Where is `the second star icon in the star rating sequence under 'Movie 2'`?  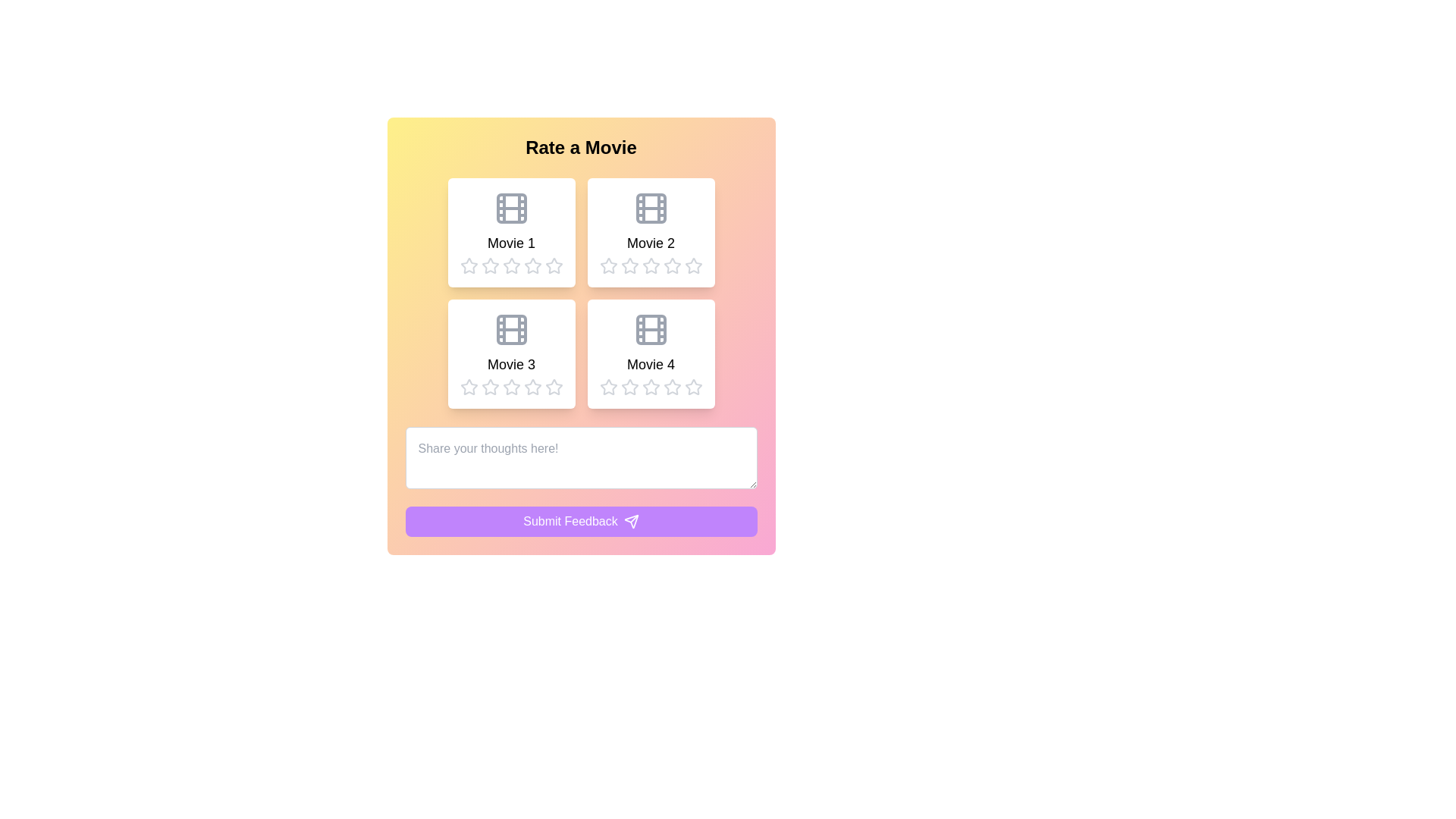 the second star icon in the star rating sequence under 'Movie 2' is located at coordinates (651, 265).